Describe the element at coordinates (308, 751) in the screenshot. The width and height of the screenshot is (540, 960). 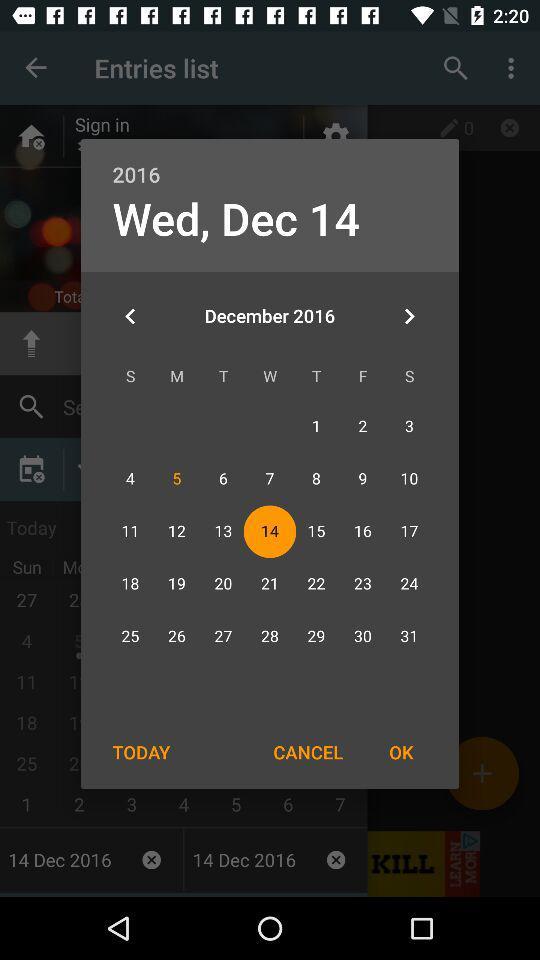
I see `cancel` at that location.